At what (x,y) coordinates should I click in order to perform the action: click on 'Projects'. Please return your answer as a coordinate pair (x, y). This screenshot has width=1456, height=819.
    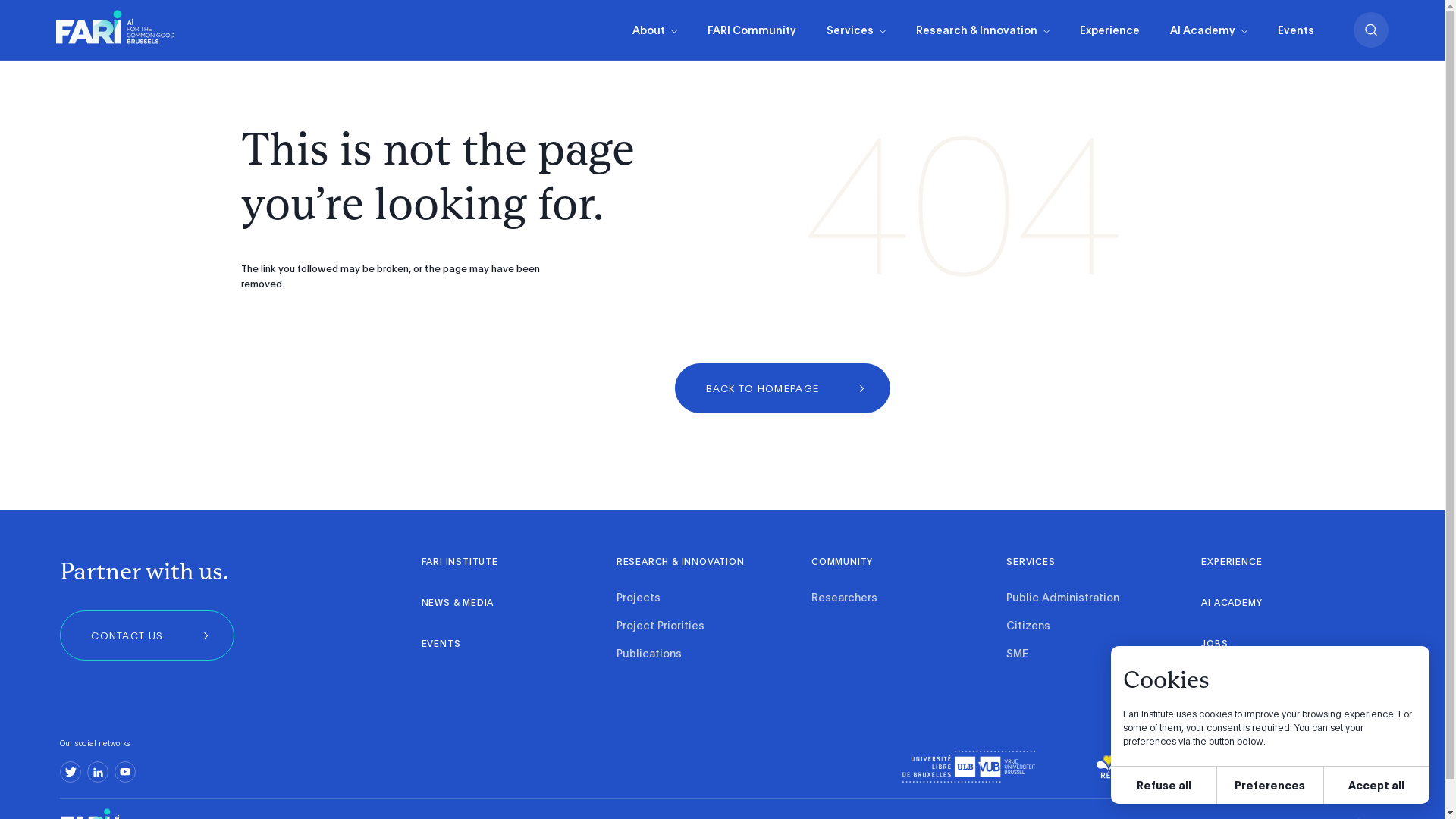
    Looking at the image, I should click on (638, 598).